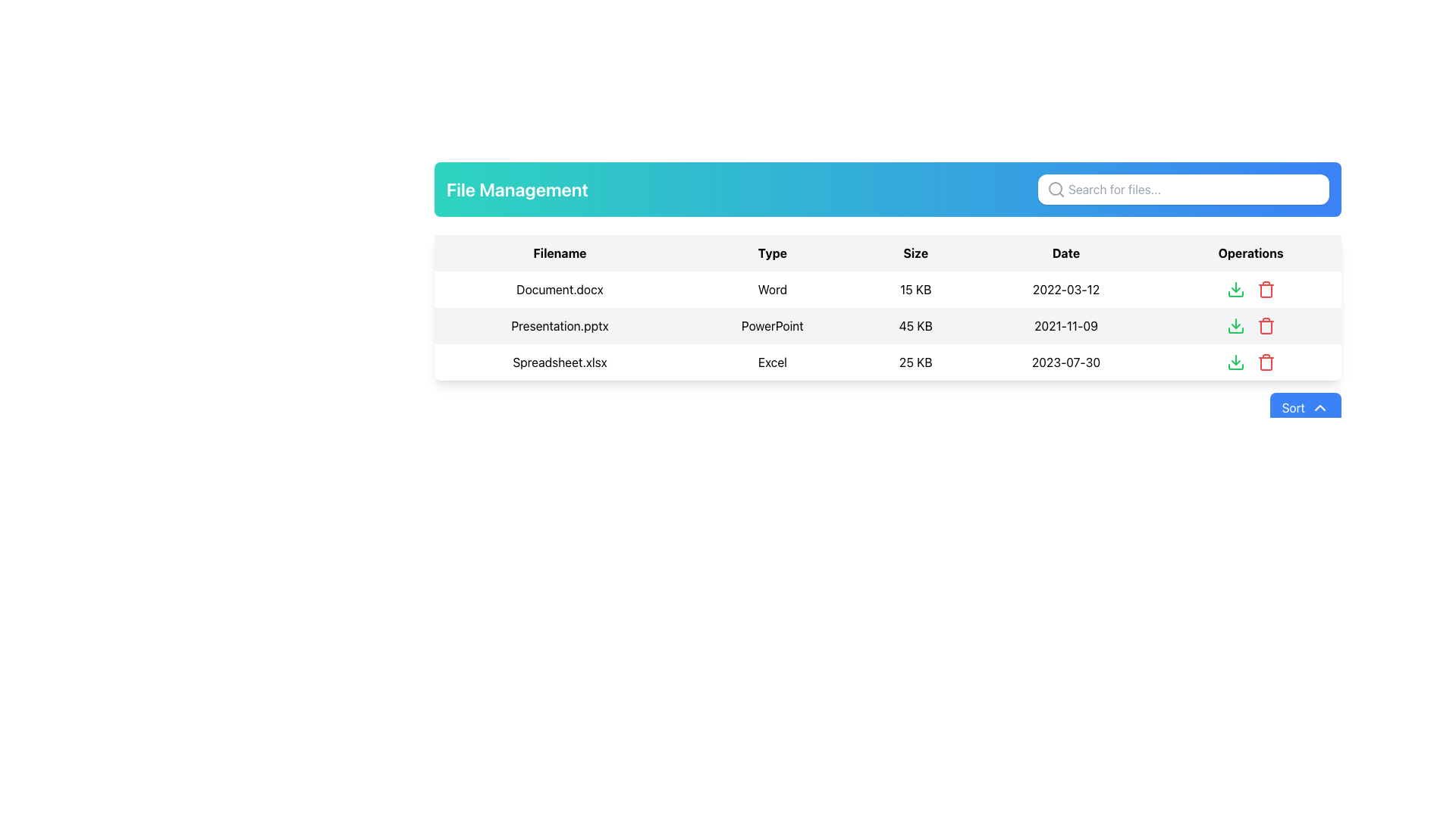  What do you see at coordinates (772, 362) in the screenshot?
I see `the Text Label displaying the file type for 'Spreadsheet.xlsx', located in the third row under the 'Type' column` at bounding box center [772, 362].